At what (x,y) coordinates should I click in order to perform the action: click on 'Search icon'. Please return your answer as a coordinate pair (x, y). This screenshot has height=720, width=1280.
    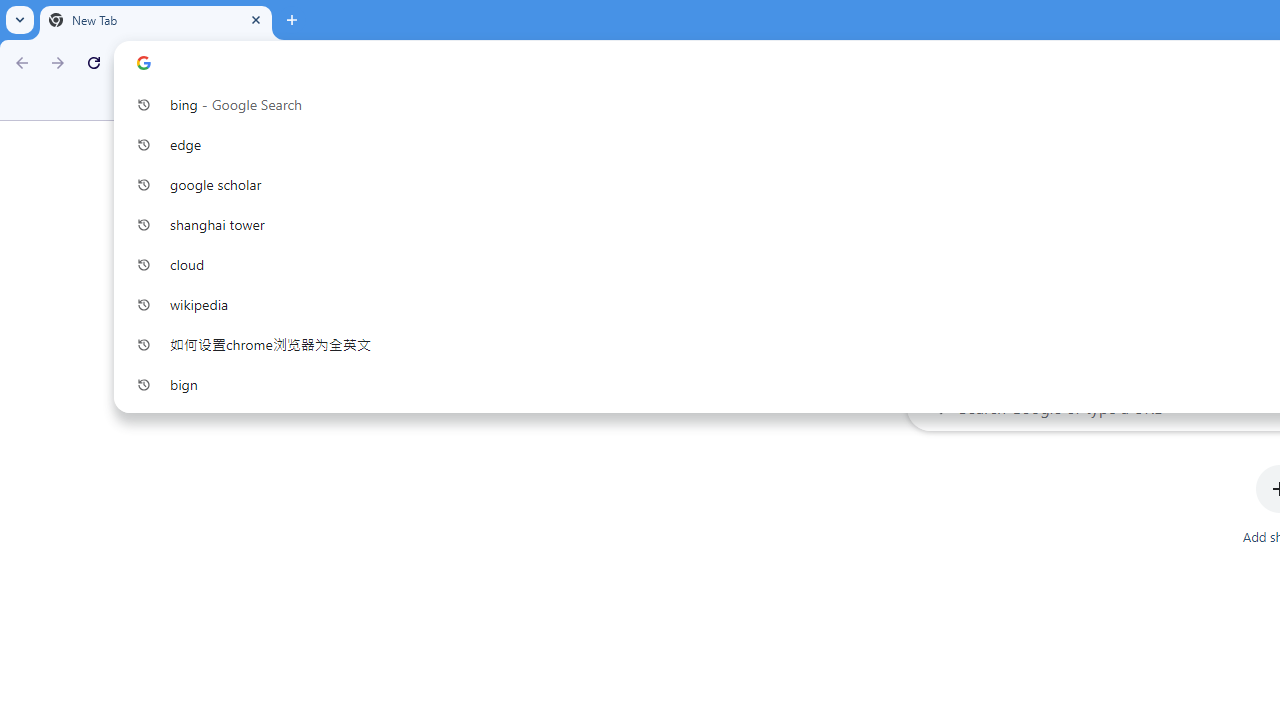
    Looking at the image, I should click on (143, 61).